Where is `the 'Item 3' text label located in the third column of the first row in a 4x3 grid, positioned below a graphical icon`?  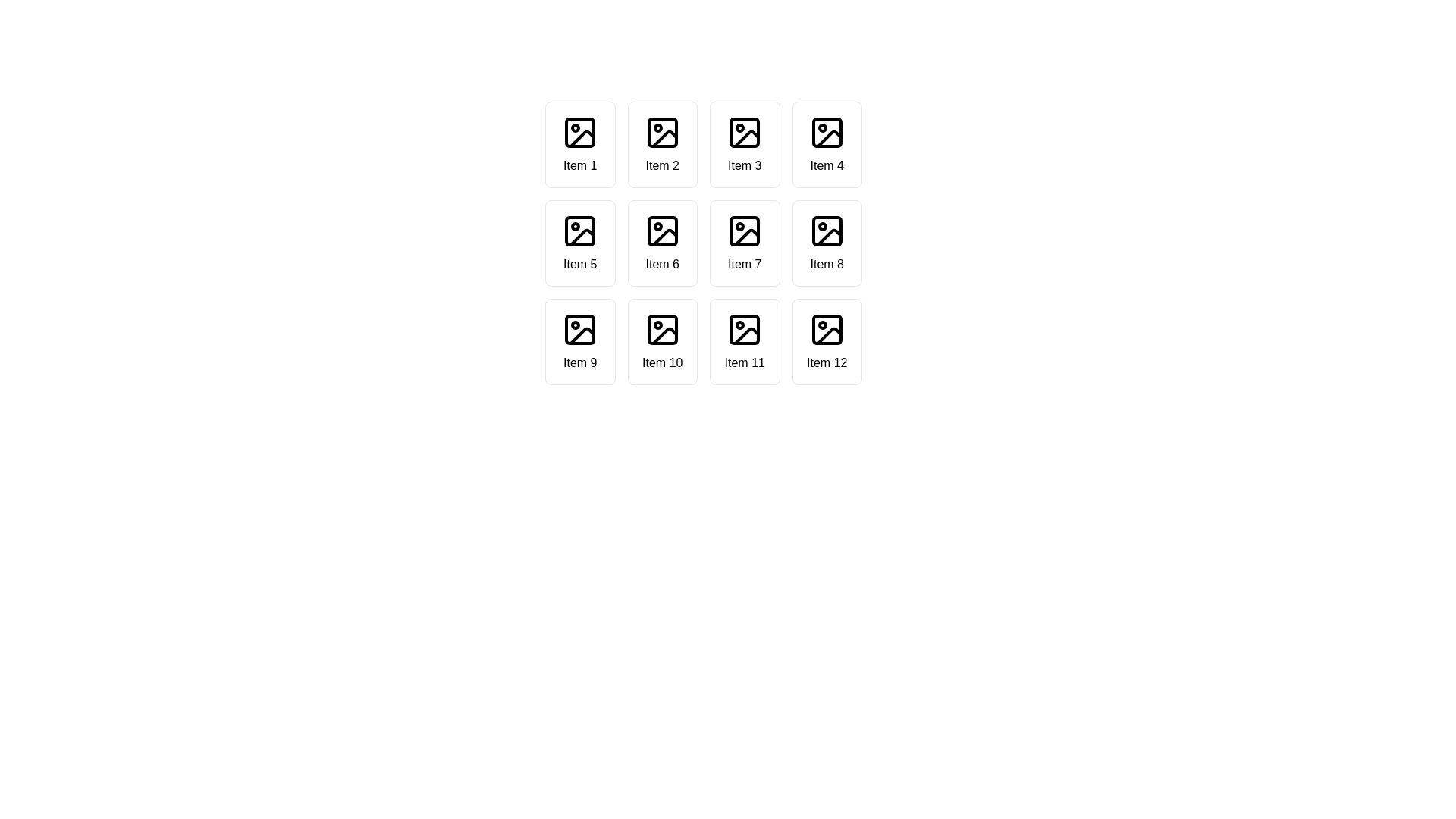
the 'Item 3' text label located in the third column of the first row in a 4x3 grid, positioned below a graphical icon is located at coordinates (745, 166).